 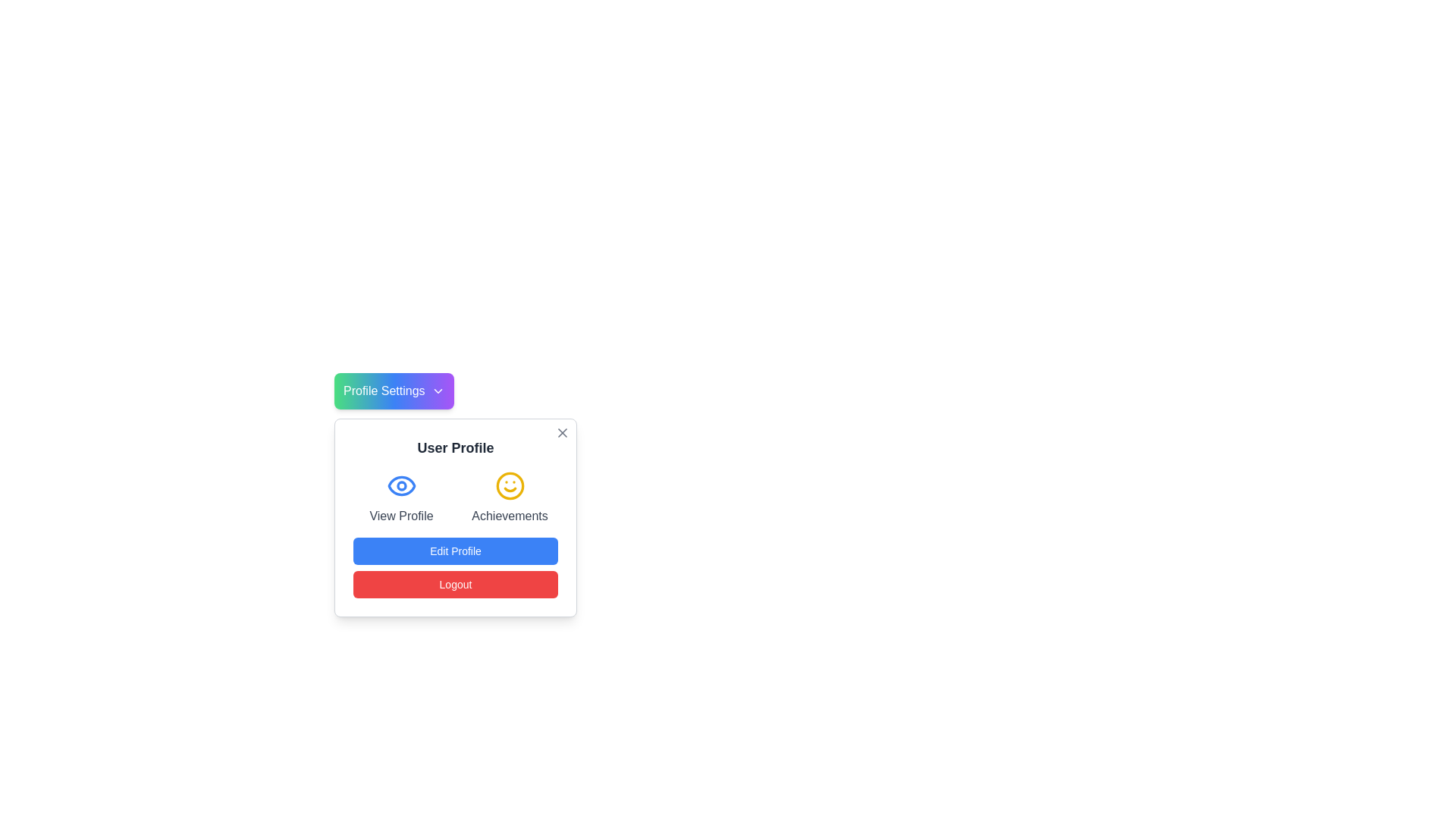 What do you see at coordinates (401, 485) in the screenshot?
I see `the blue eye-shaped icon that symbolizes the 'View Profile' action in the upper-left quadrant of the 'User Profile' modal, positioned above the text 'View Profile'` at bounding box center [401, 485].